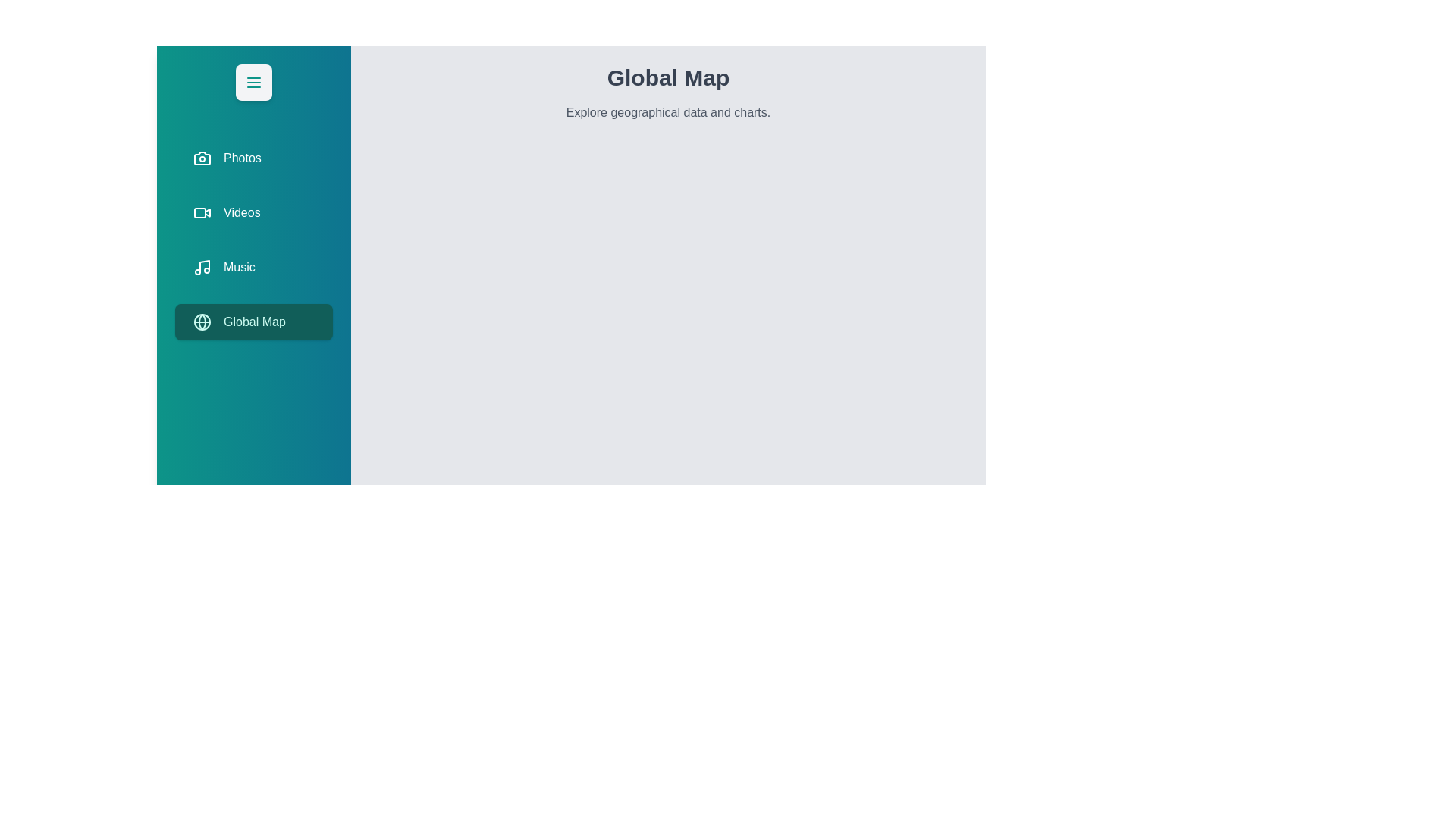 Image resolution: width=1456 pixels, height=819 pixels. I want to click on the tab labeled Photos from the menu, so click(254, 158).